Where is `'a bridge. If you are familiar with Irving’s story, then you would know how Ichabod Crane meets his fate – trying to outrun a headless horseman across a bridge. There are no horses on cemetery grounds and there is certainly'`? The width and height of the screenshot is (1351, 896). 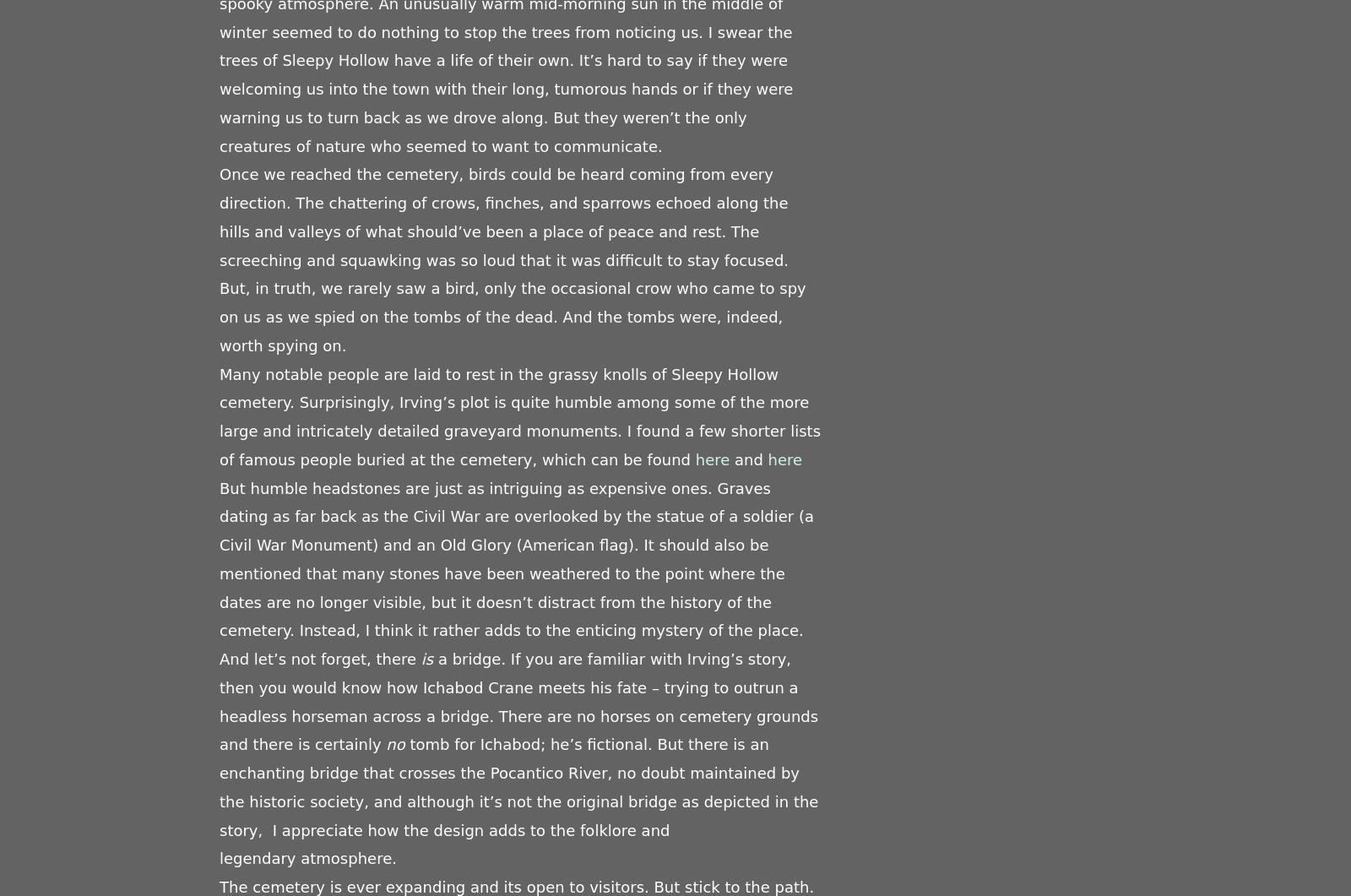
'a bridge. If you are familiar with Irving’s story, then you would know how Ichabod Crane meets his fate – trying to outrun a headless horseman across a bridge. There are no horses on cemetery grounds and there is certainly' is located at coordinates (518, 701).